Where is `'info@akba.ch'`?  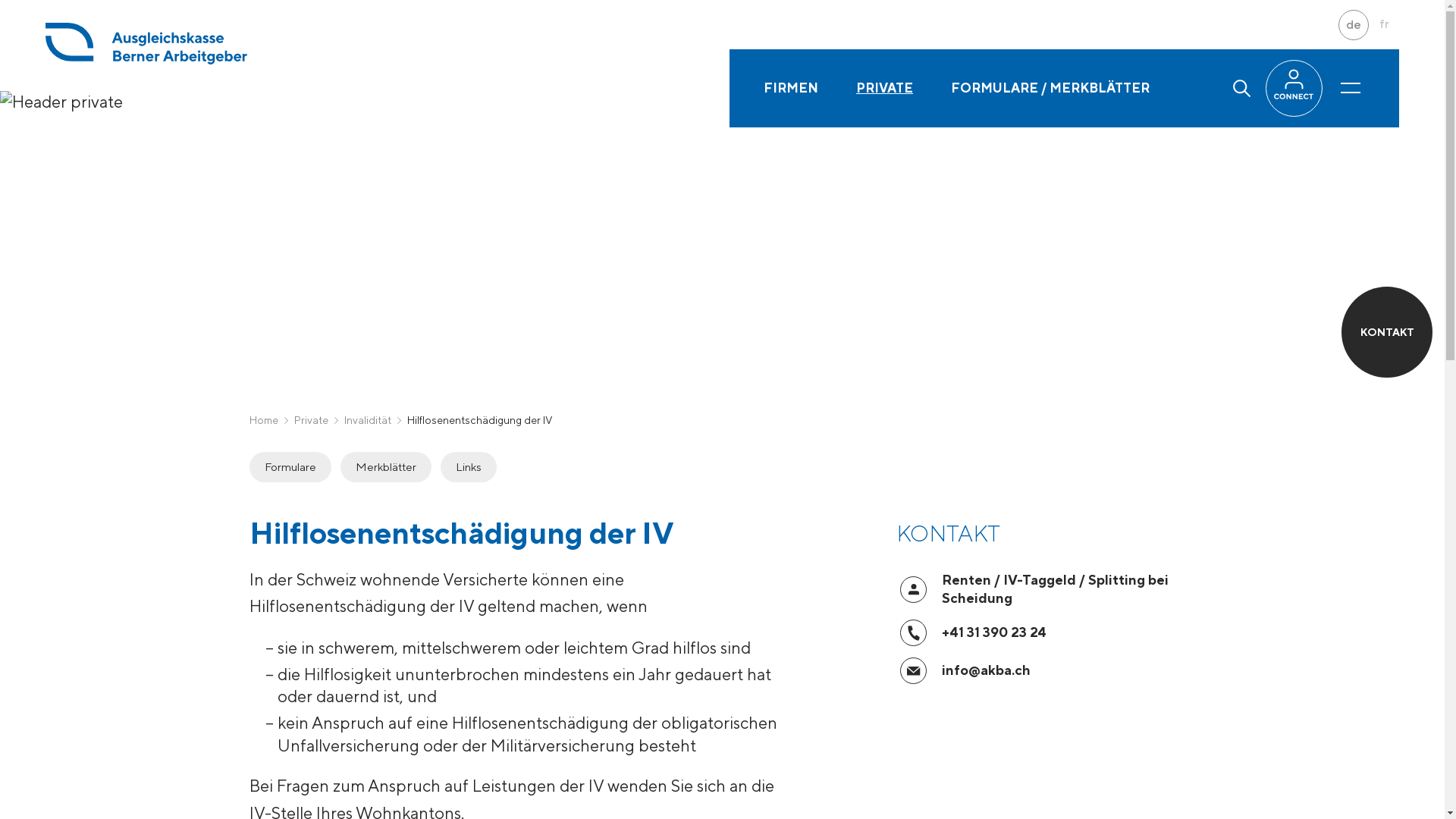
'info@akba.ch' is located at coordinates (986, 669).